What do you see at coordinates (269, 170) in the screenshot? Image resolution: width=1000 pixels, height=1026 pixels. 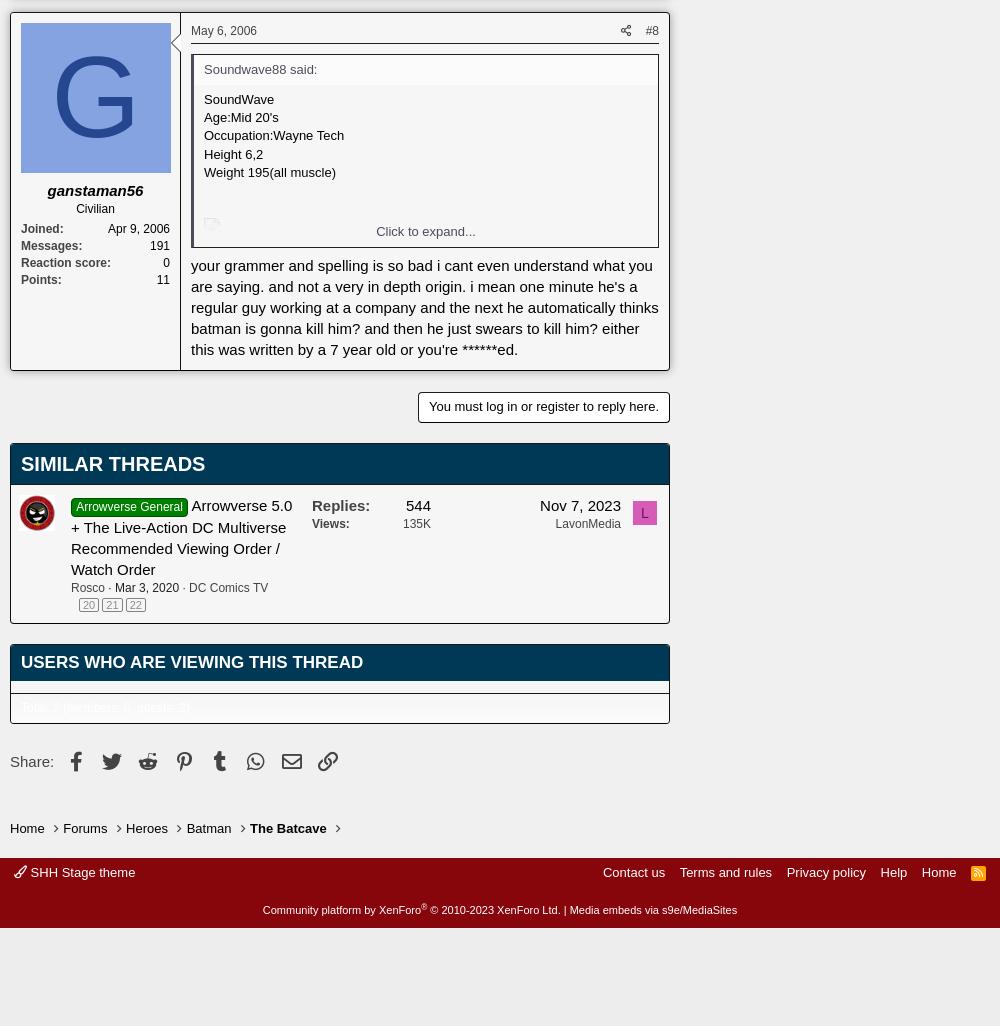 I see `'Weight 195(all muscle)'` at bounding box center [269, 170].